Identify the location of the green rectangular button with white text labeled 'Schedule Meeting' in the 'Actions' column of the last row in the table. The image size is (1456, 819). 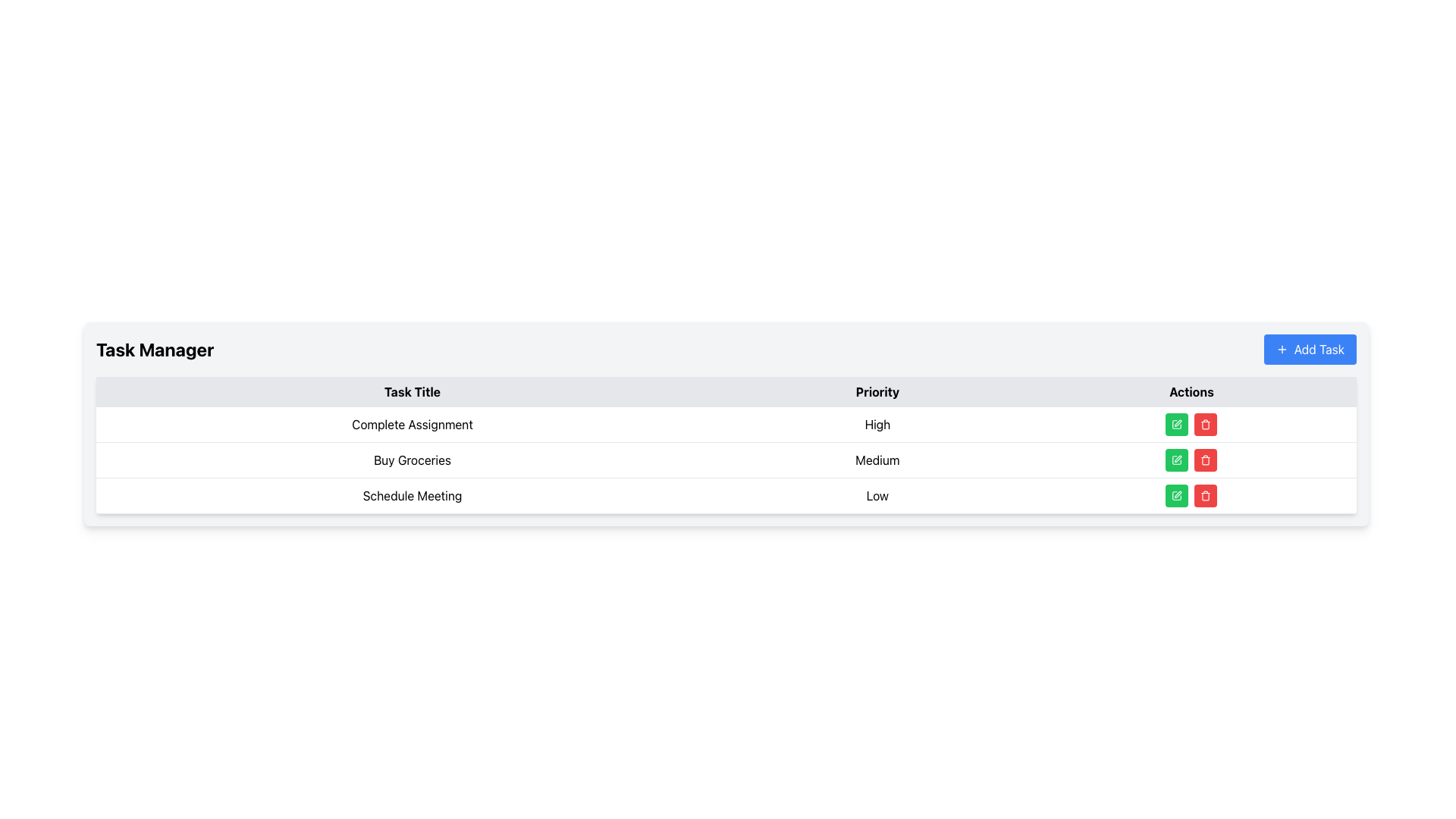
(1176, 496).